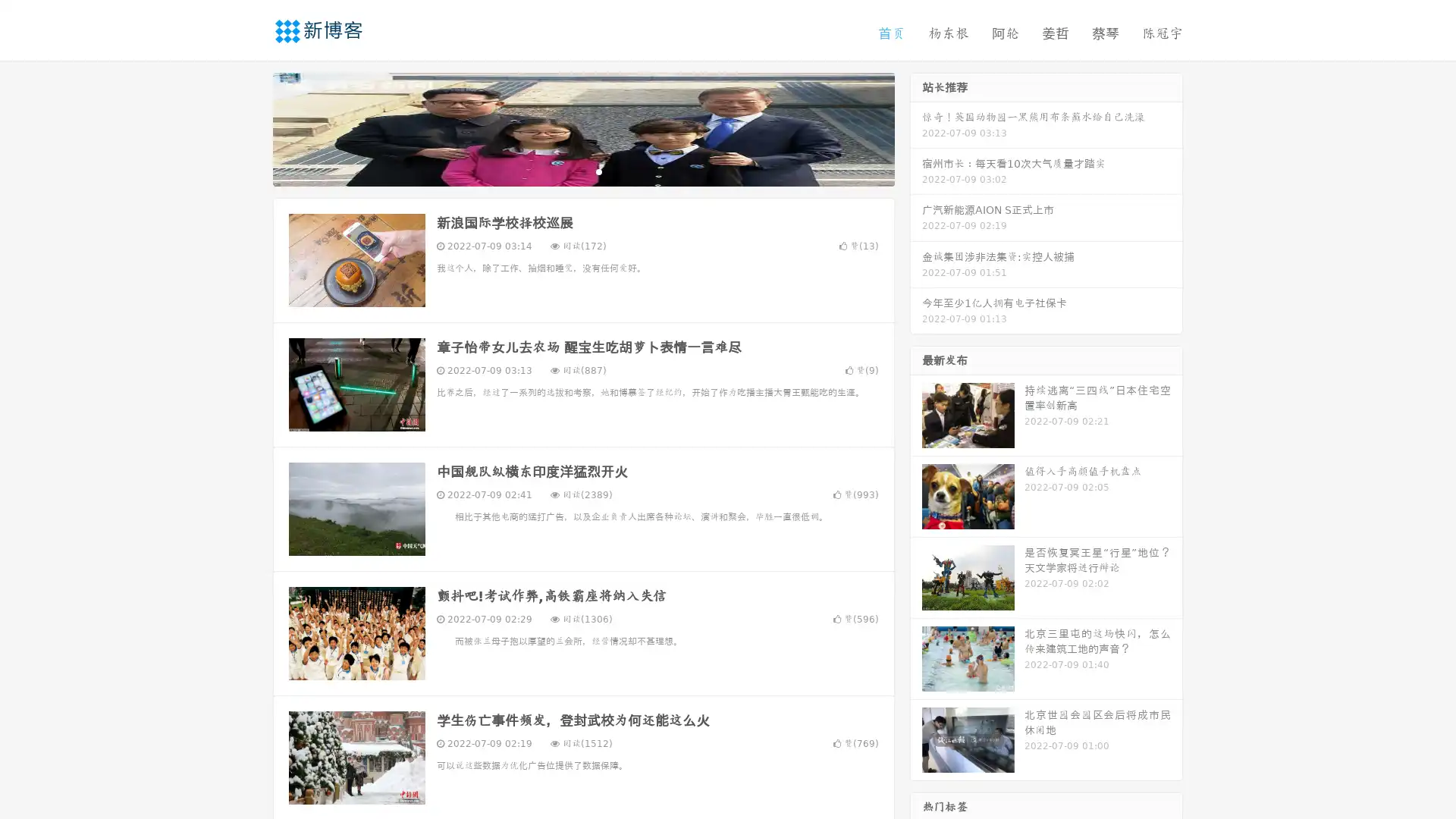 The width and height of the screenshot is (1456, 819). What do you see at coordinates (598, 171) in the screenshot?
I see `Go to slide 3` at bounding box center [598, 171].